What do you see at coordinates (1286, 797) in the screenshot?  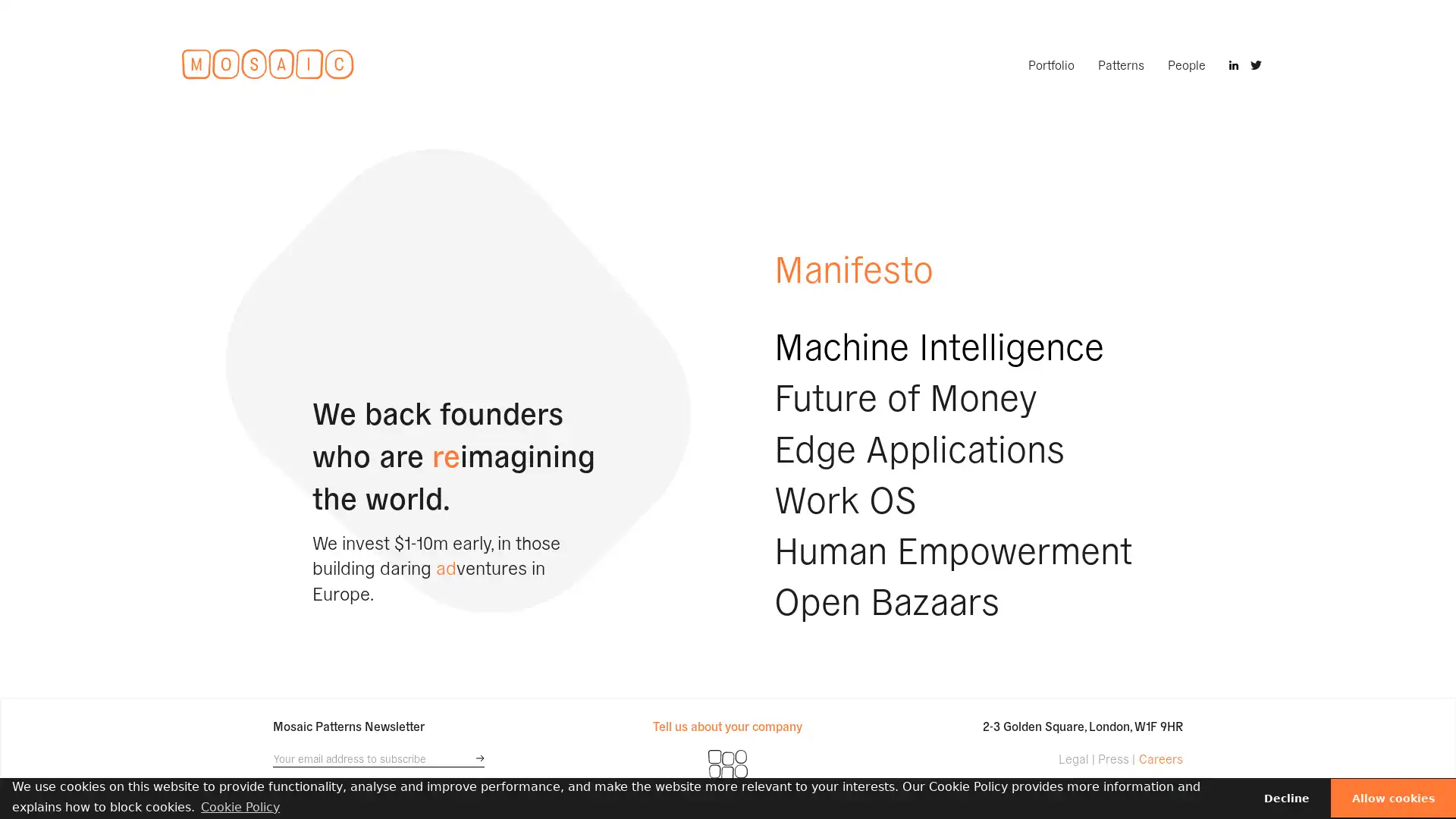 I see `deny cookies` at bounding box center [1286, 797].